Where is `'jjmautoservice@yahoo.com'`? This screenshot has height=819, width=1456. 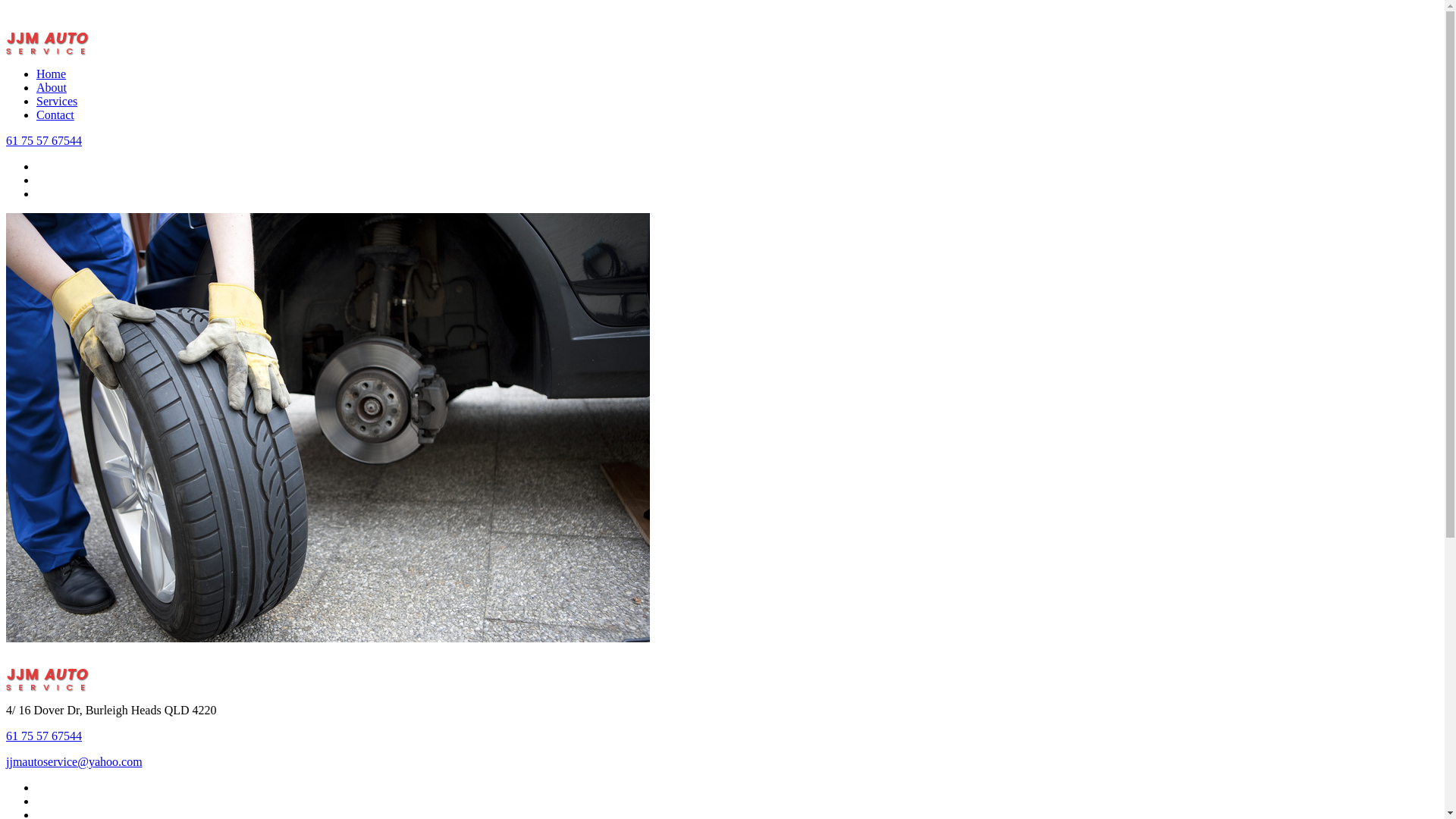 'jjmautoservice@yahoo.com' is located at coordinates (73, 761).